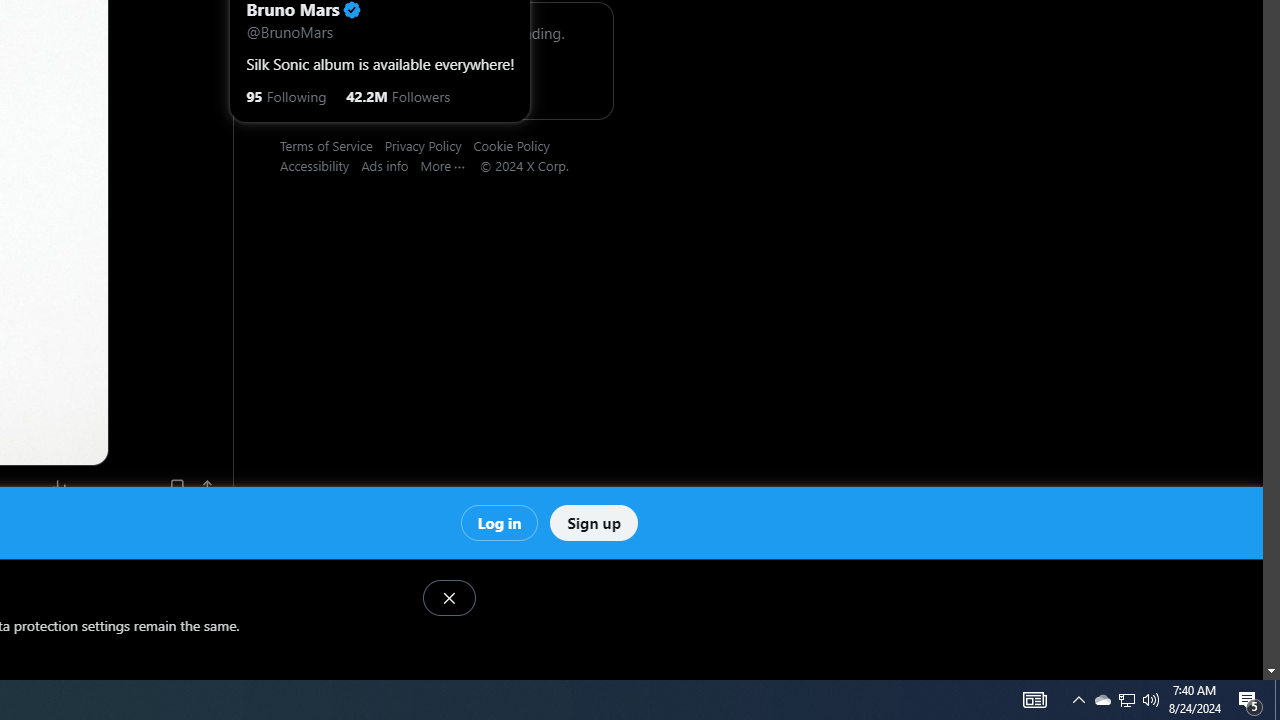  Describe the element at coordinates (391, 164) in the screenshot. I see `'Ads info'` at that location.